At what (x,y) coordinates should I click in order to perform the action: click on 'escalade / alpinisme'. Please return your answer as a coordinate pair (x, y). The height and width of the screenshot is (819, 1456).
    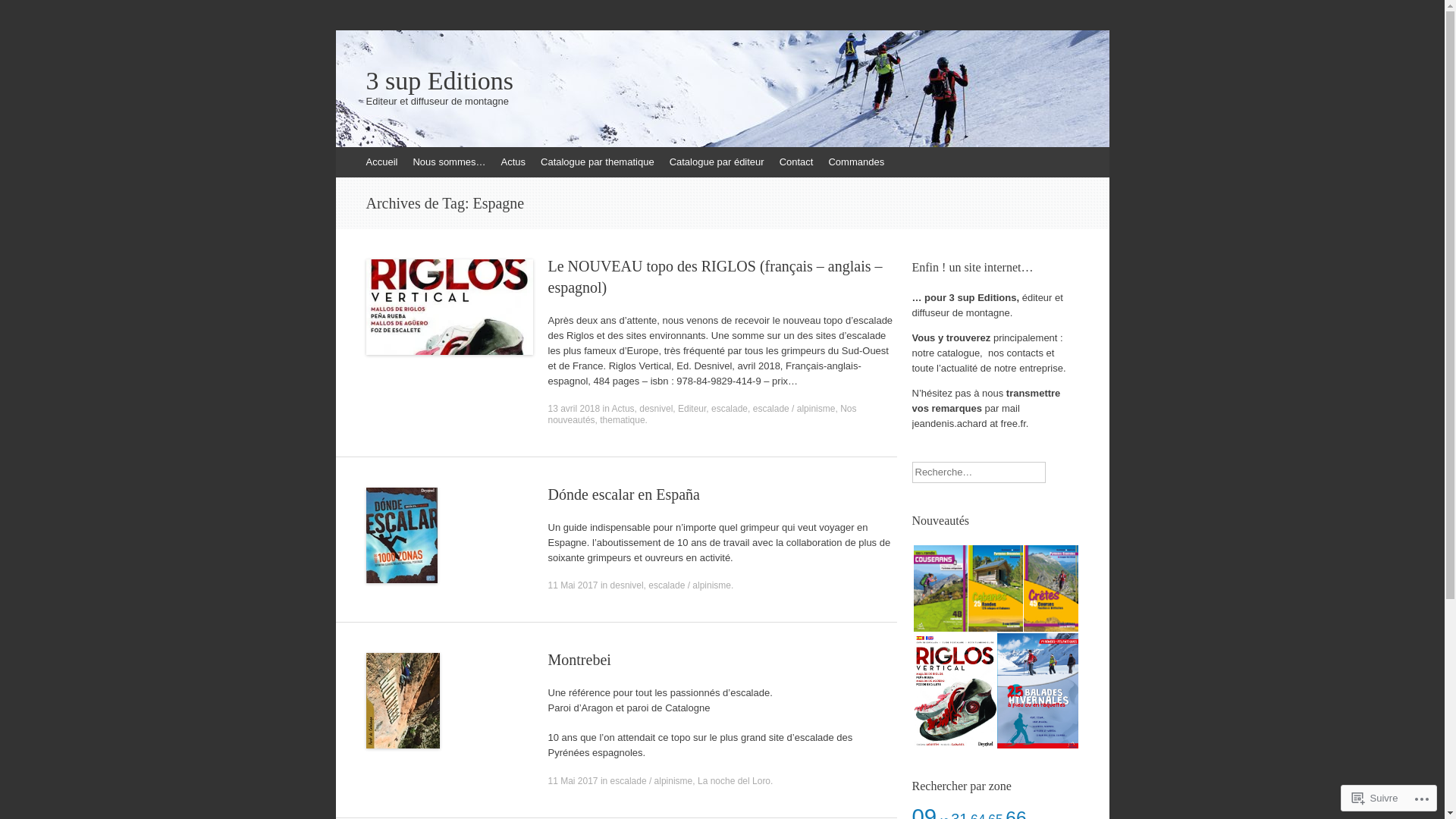
    Looking at the image, I should click on (689, 584).